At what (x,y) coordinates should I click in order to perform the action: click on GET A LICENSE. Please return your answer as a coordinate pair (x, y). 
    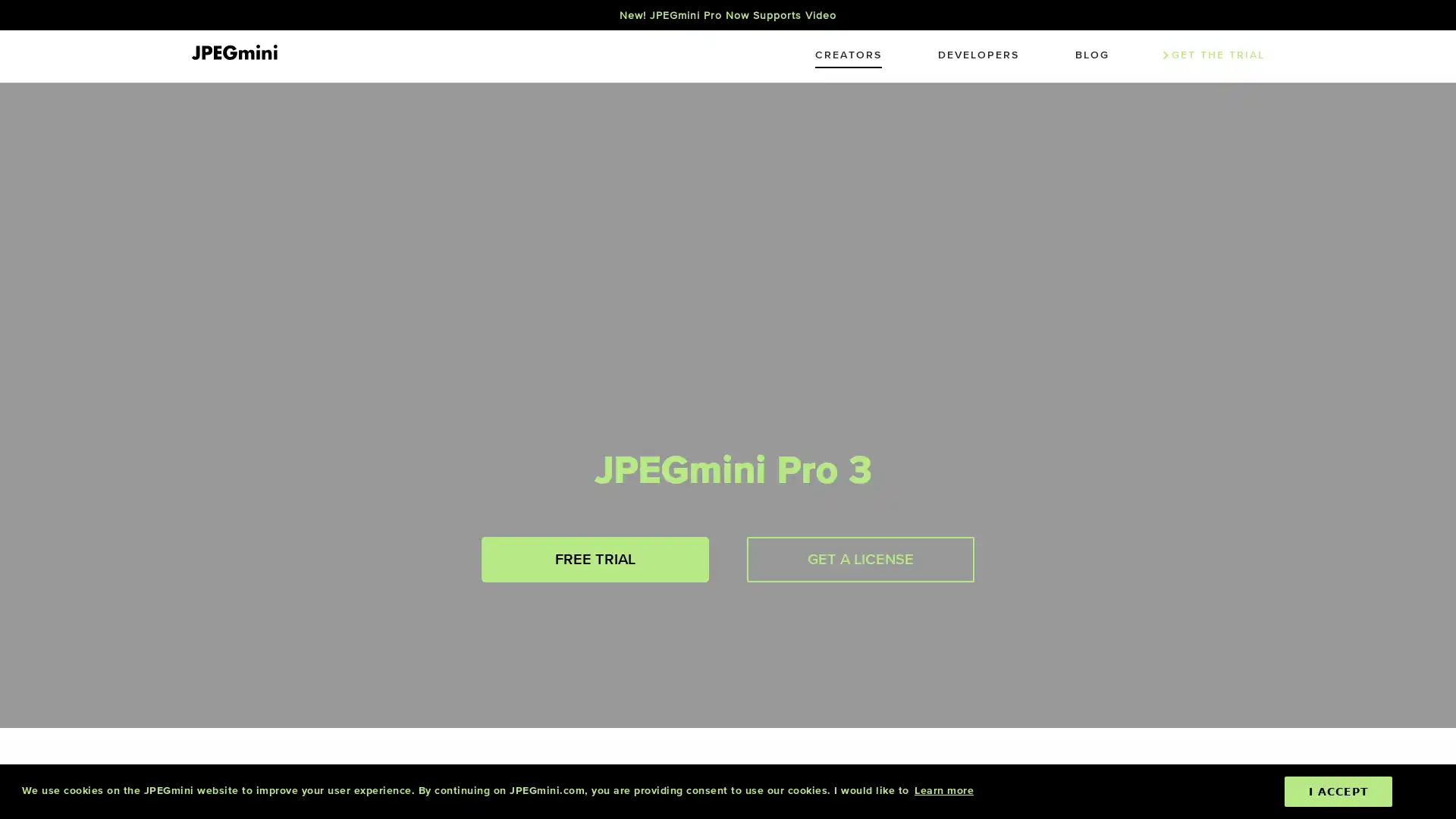
    Looking at the image, I should click on (860, 559).